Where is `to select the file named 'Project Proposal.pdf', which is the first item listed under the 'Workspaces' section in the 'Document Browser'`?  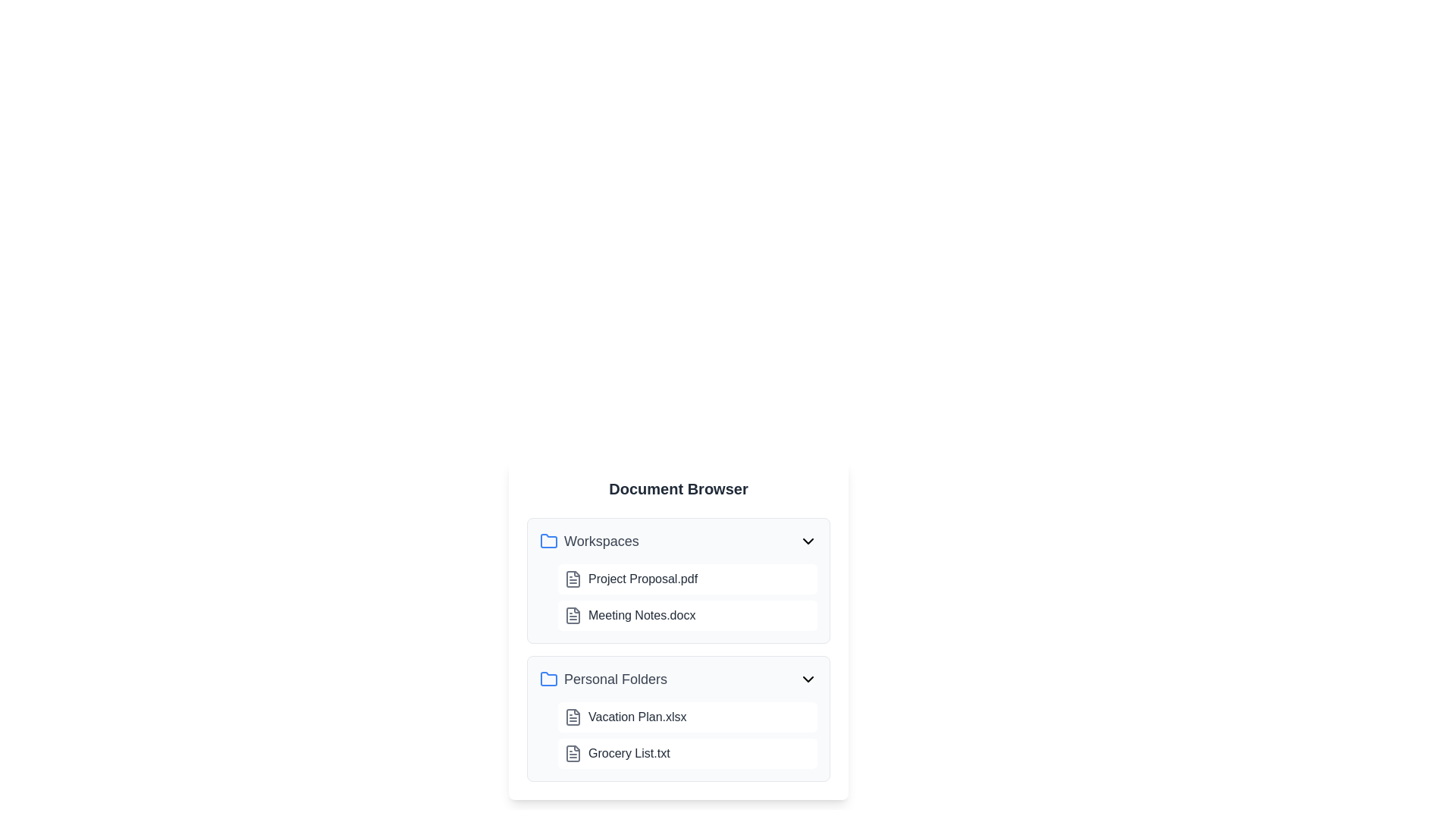 to select the file named 'Project Proposal.pdf', which is the first item listed under the 'Workspaces' section in the 'Document Browser' is located at coordinates (687, 579).